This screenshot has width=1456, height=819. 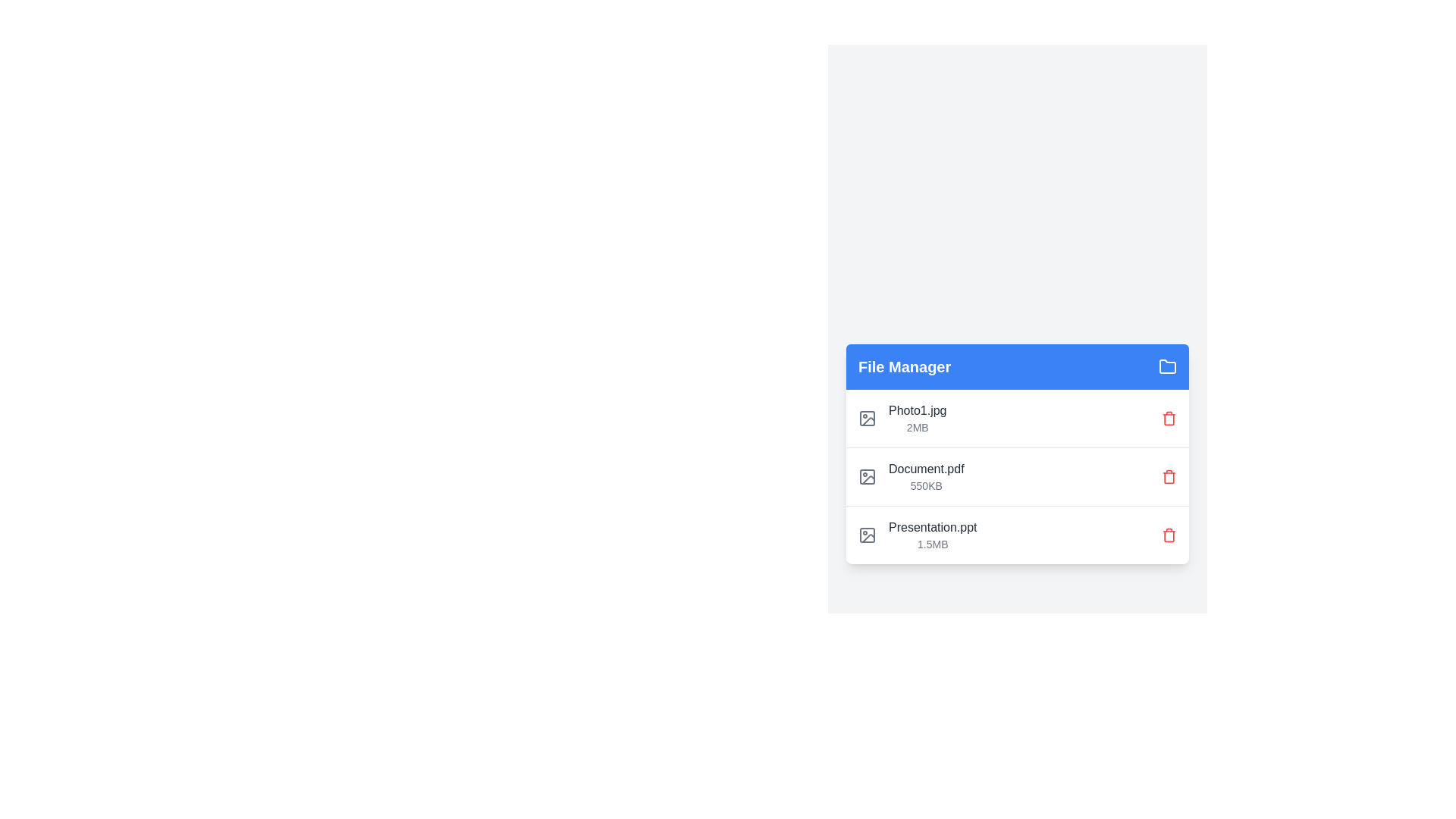 I want to click on the file list item representing 'Presentation.ppt', so click(x=916, y=534).